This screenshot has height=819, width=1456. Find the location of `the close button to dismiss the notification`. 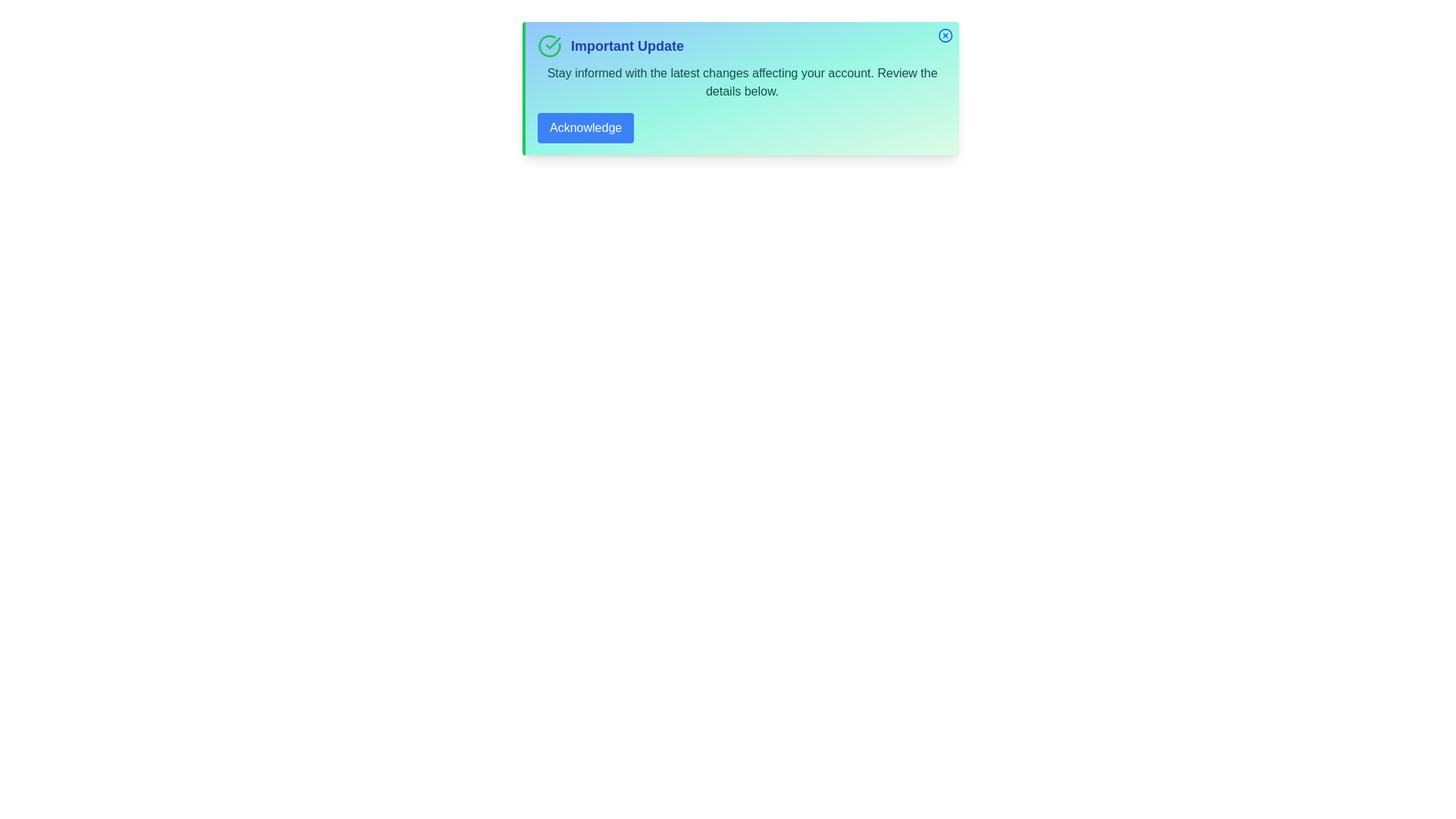

the close button to dismiss the notification is located at coordinates (945, 34).